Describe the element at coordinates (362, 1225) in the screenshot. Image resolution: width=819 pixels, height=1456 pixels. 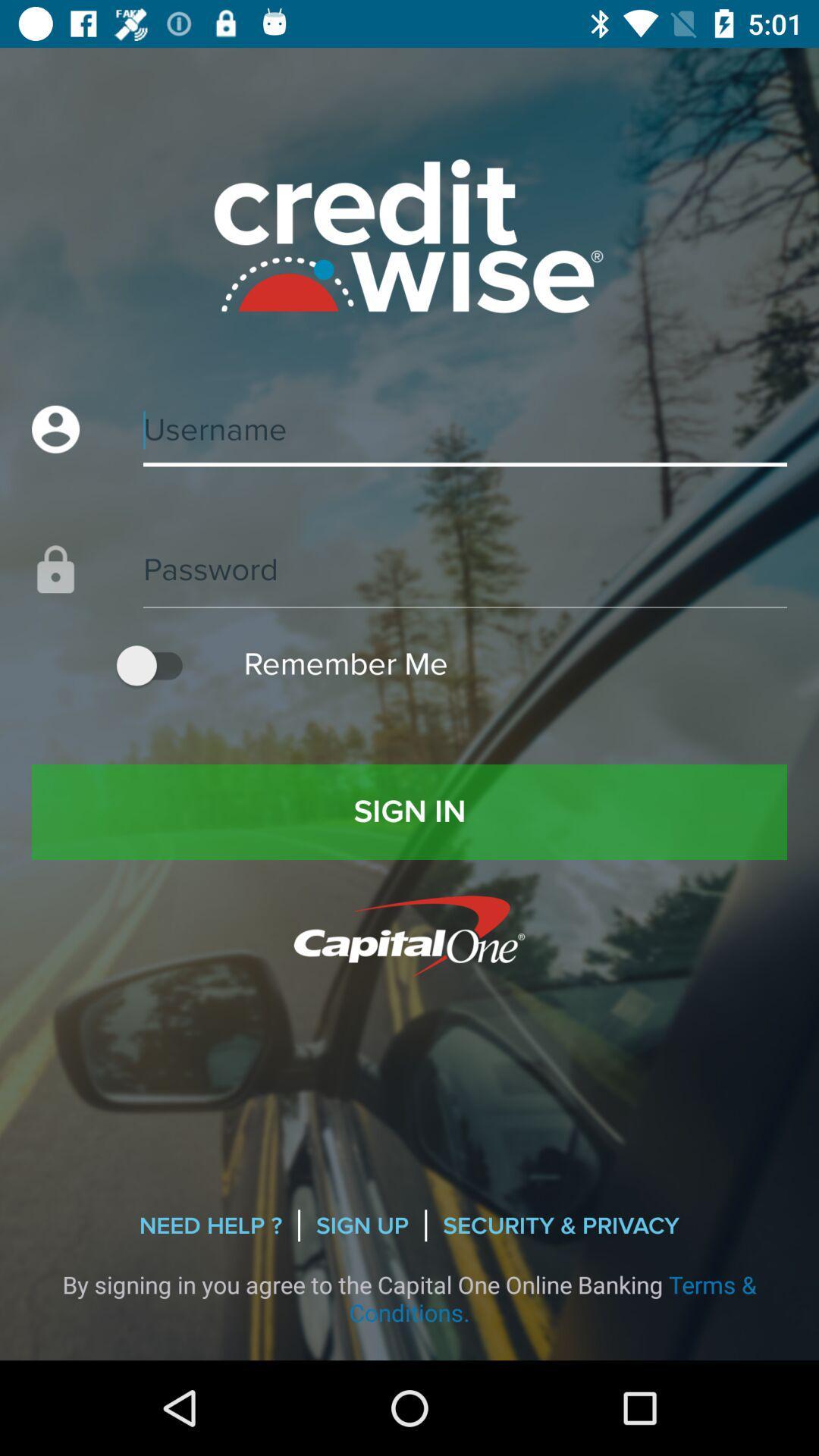
I see `the item above by signing in icon` at that location.